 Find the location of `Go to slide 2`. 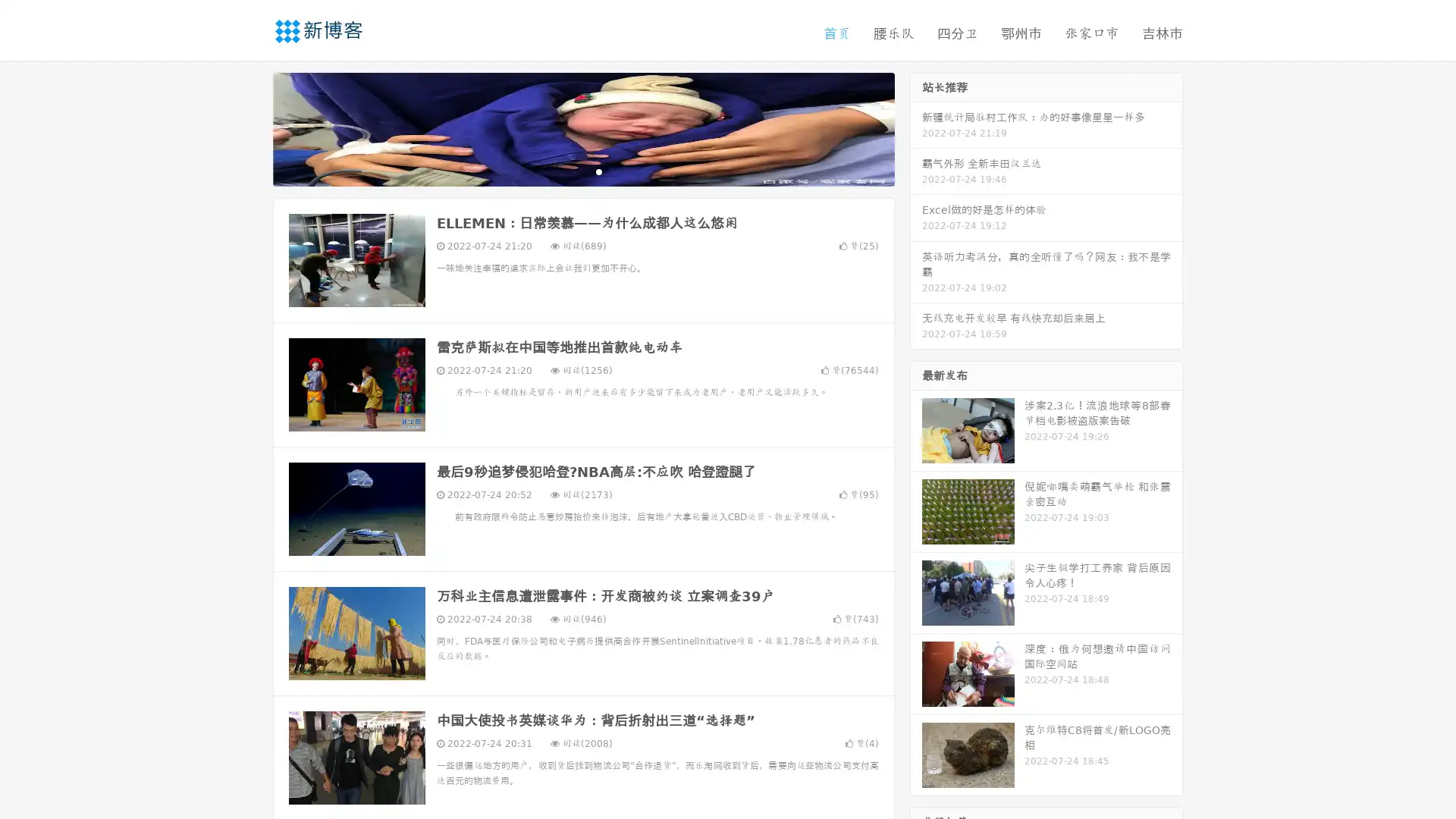

Go to slide 2 is located at coordinates (582, 171).